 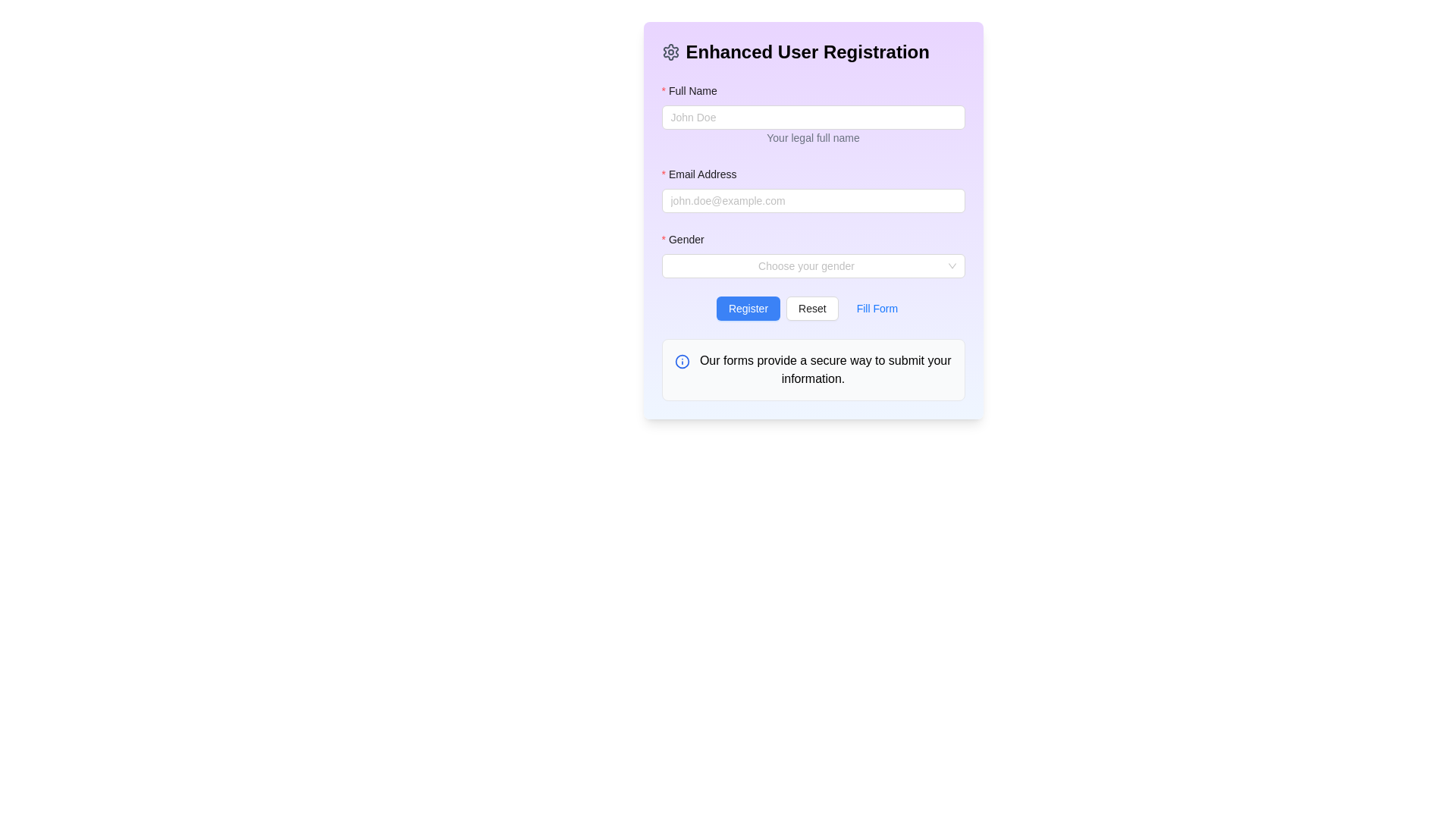 What do you see at coordinates (807, 52) in the screenshot?
I see `the header text 'Enhanced User Registration' which is bold and large-sized, located at the top center of the form, right of the settings icon` at bounding box center [807, 52].